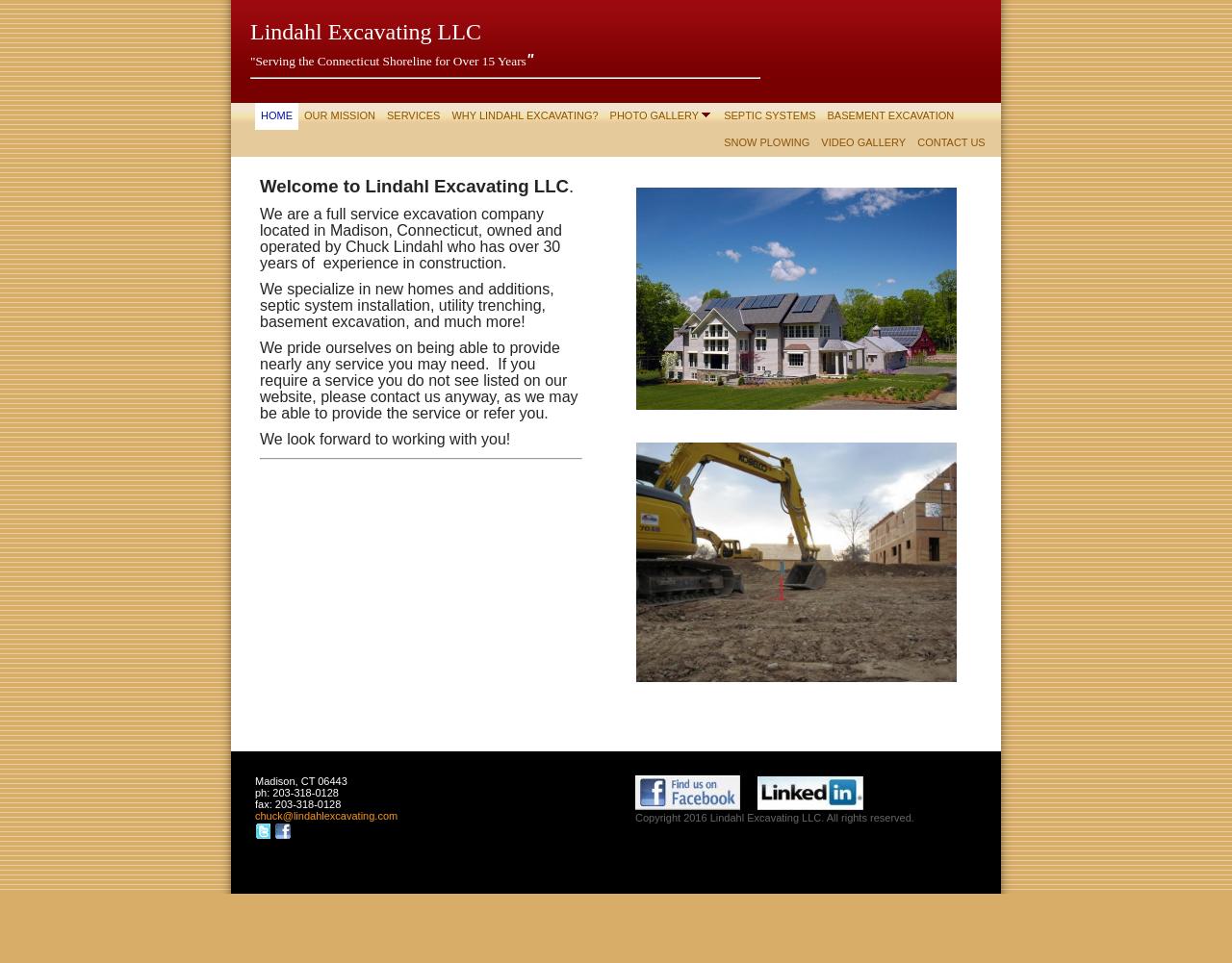 Image resolution: width=1232 pixels, height=963 pixels. I want to click on 'chuck', so click(268, 815).